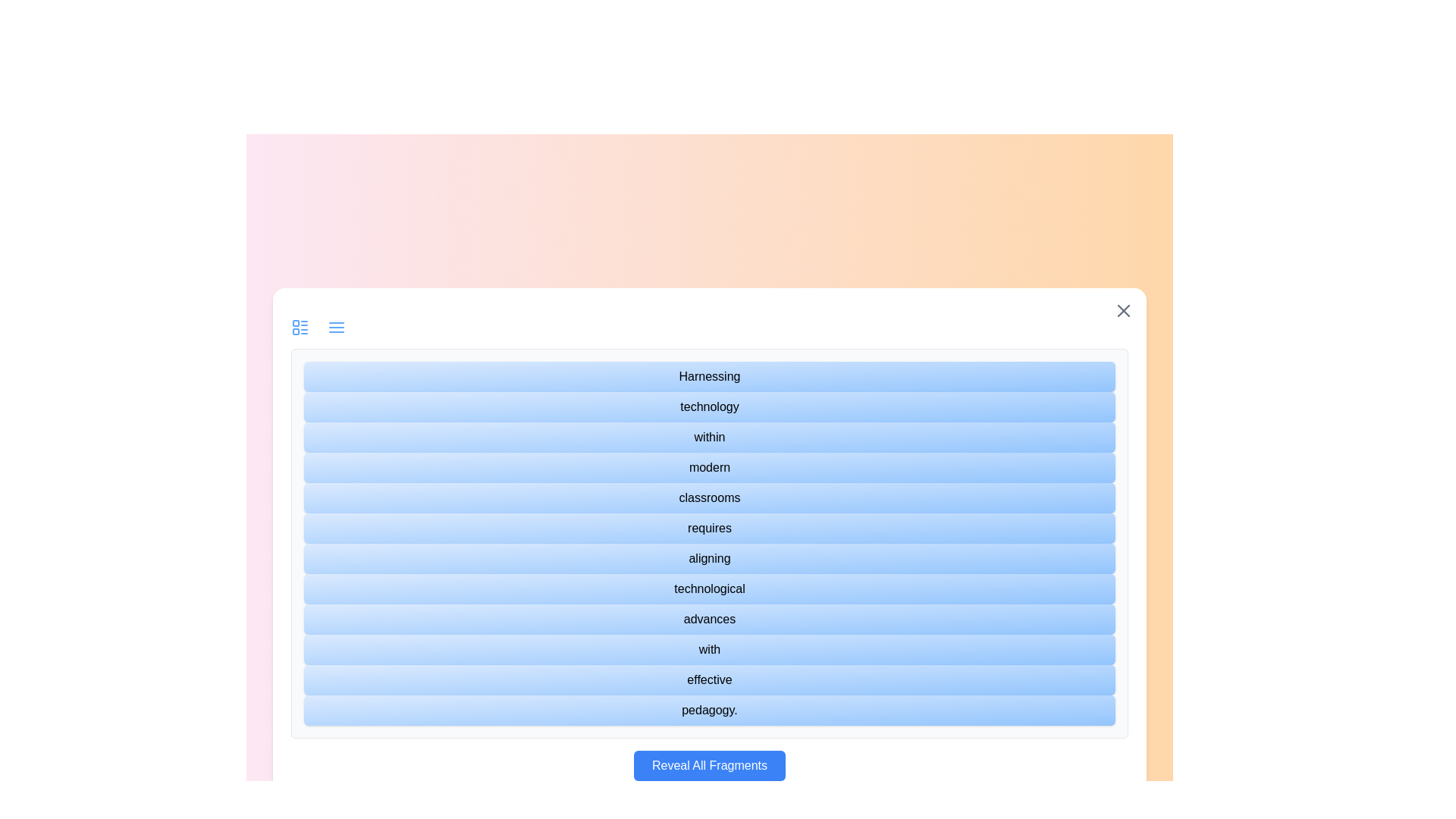 The image size is (1456, 819). What do you see at coordinates (709, 438) in the screenshot?
I see `the text fragment labeled 'within'` at bounding box center [709, 438].